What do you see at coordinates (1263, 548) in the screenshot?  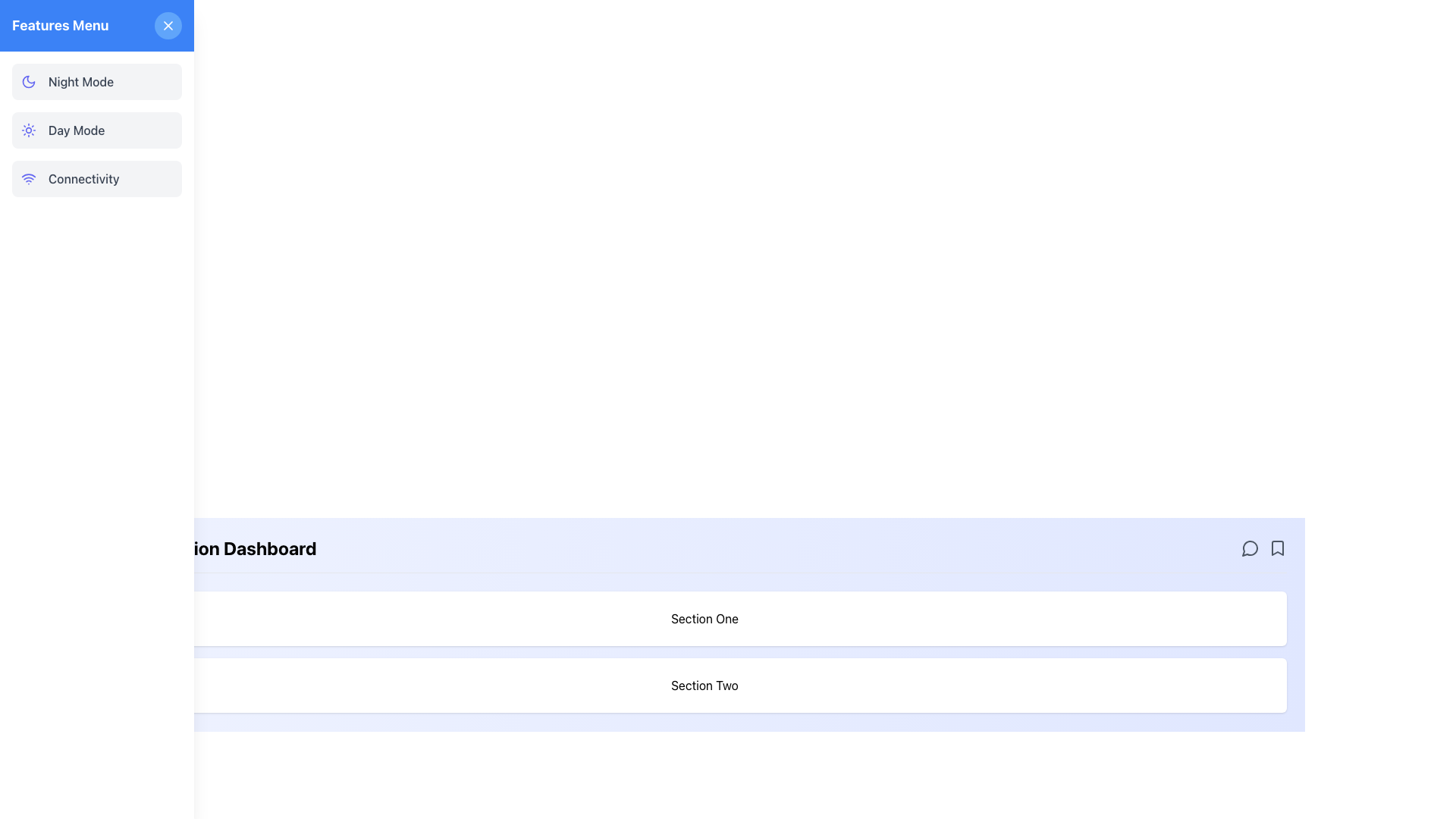 I see `the speech bubble icon in the interactive icons set located at the far right of the header bar to comment` at bounding box center [1263, 548].